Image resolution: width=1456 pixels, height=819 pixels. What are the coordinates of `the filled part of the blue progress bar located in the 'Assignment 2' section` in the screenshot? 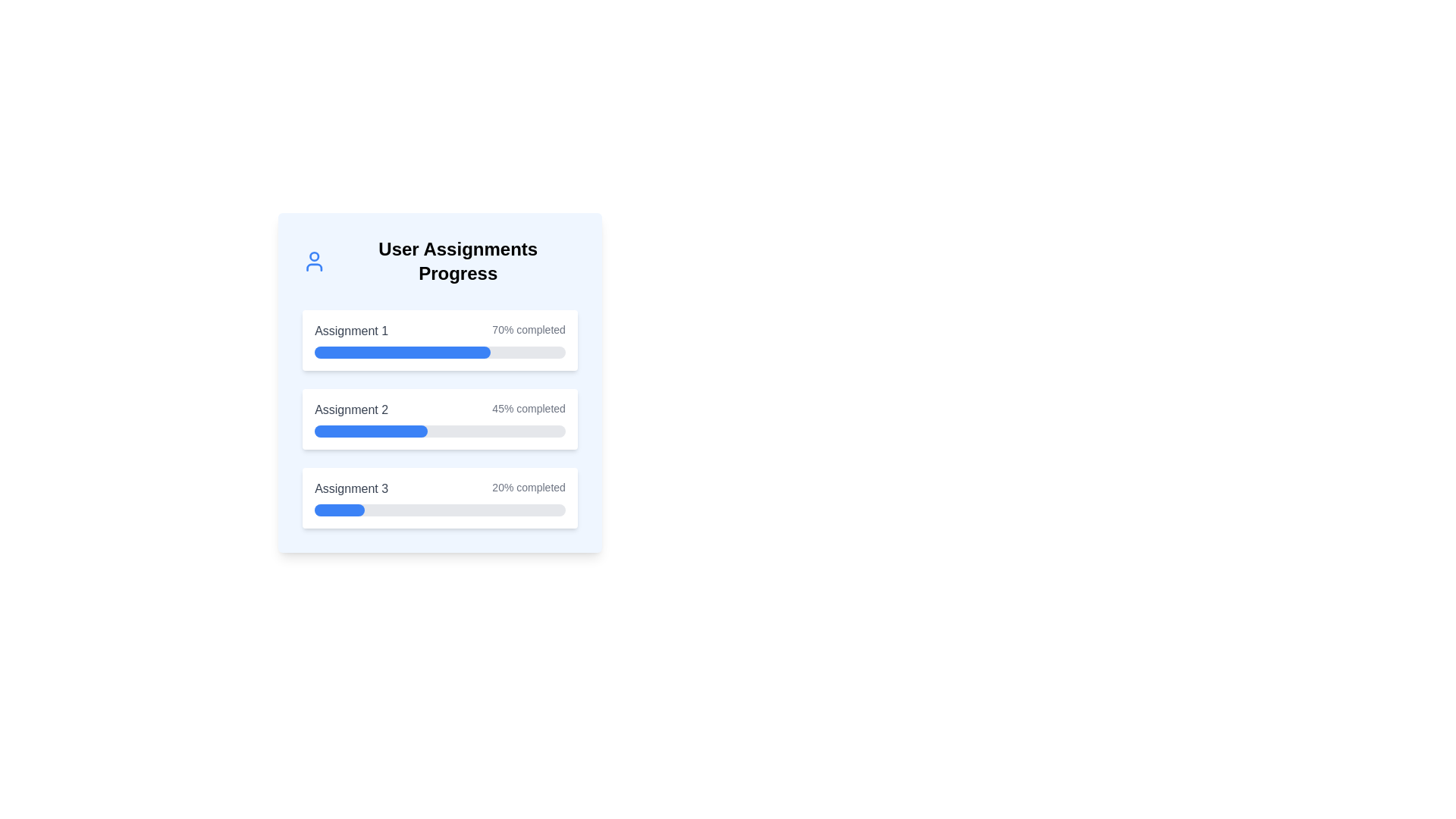 It's located at (371, 431).